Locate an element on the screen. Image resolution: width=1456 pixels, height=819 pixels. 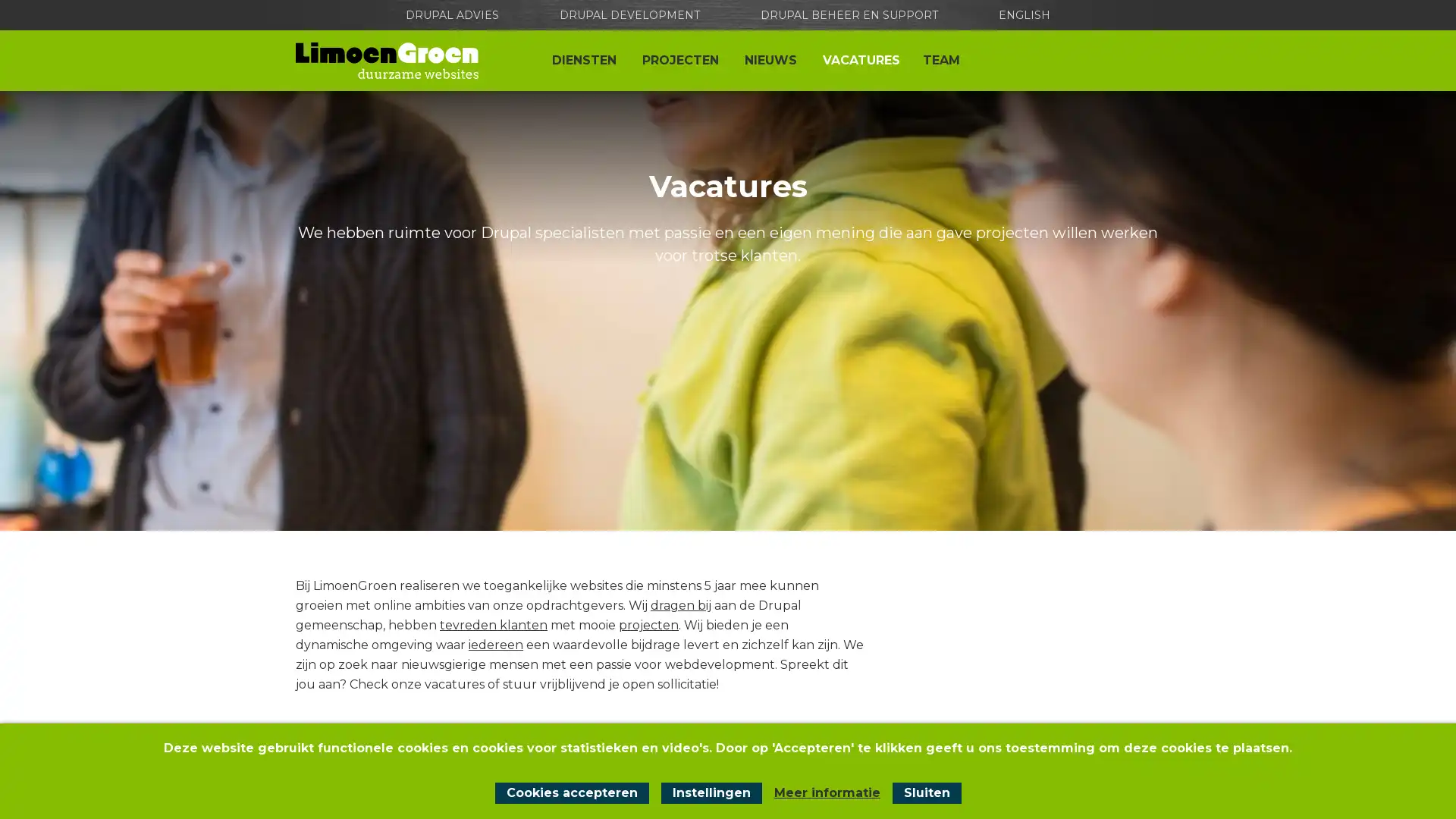
Cookies accepteren is located at coordinates (570, 792).